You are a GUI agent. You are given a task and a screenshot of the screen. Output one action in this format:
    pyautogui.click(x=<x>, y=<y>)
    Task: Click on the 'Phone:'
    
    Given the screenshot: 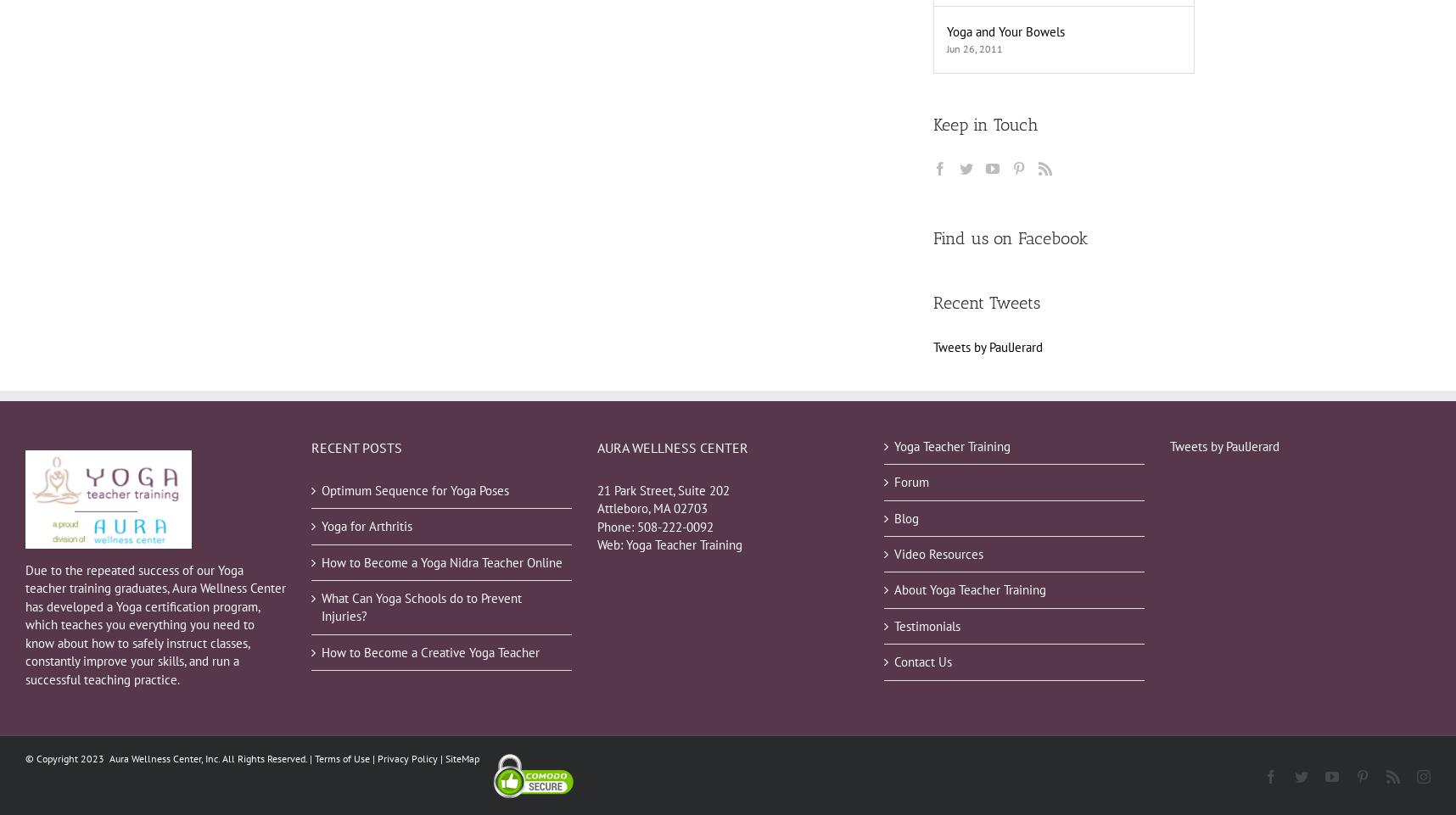 What is the action you would take?
    pyautogui.click(x=616, y=526)
    